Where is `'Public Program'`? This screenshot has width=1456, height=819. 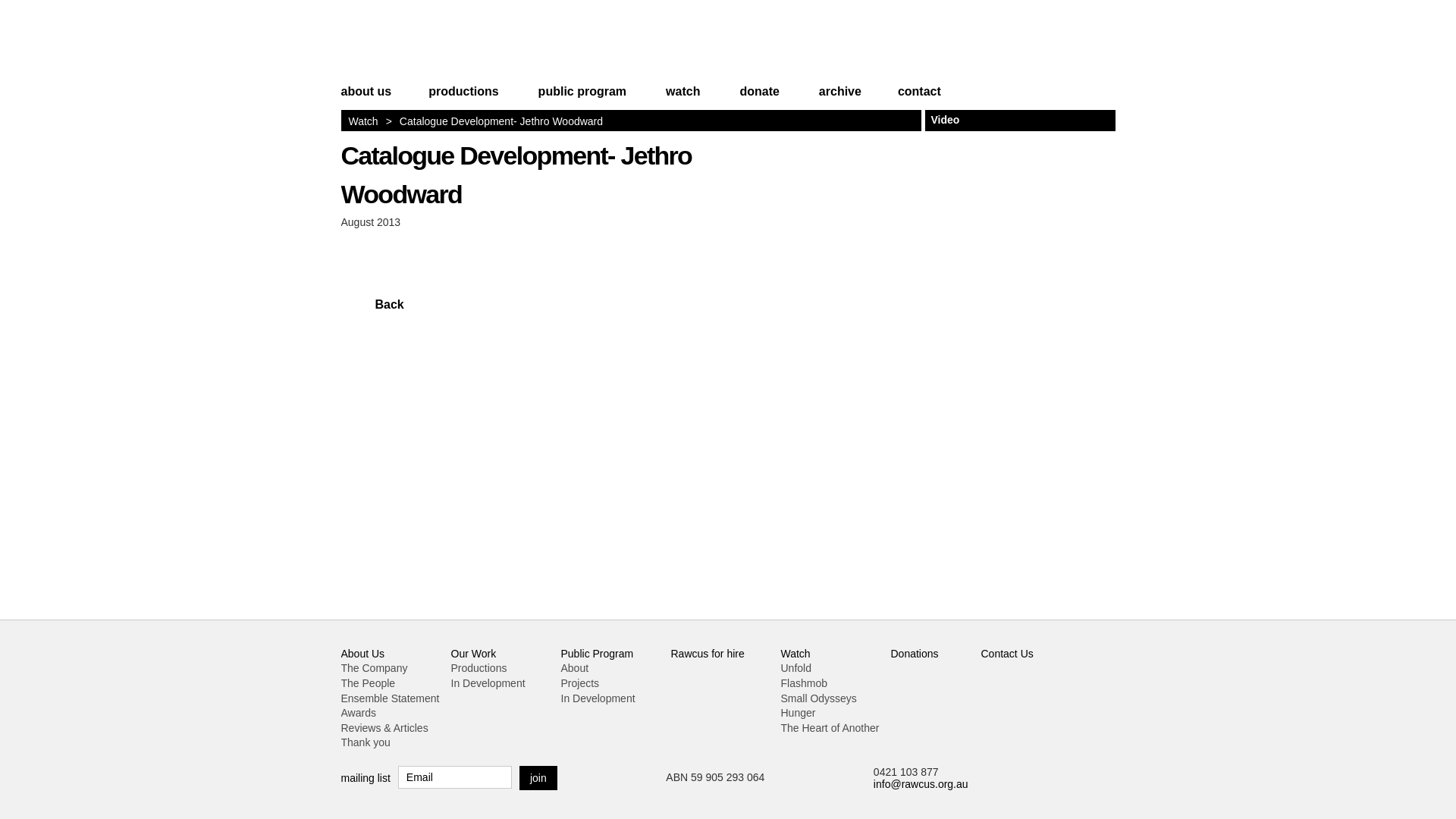
'Public Program' is located at coordinates (596, 652).